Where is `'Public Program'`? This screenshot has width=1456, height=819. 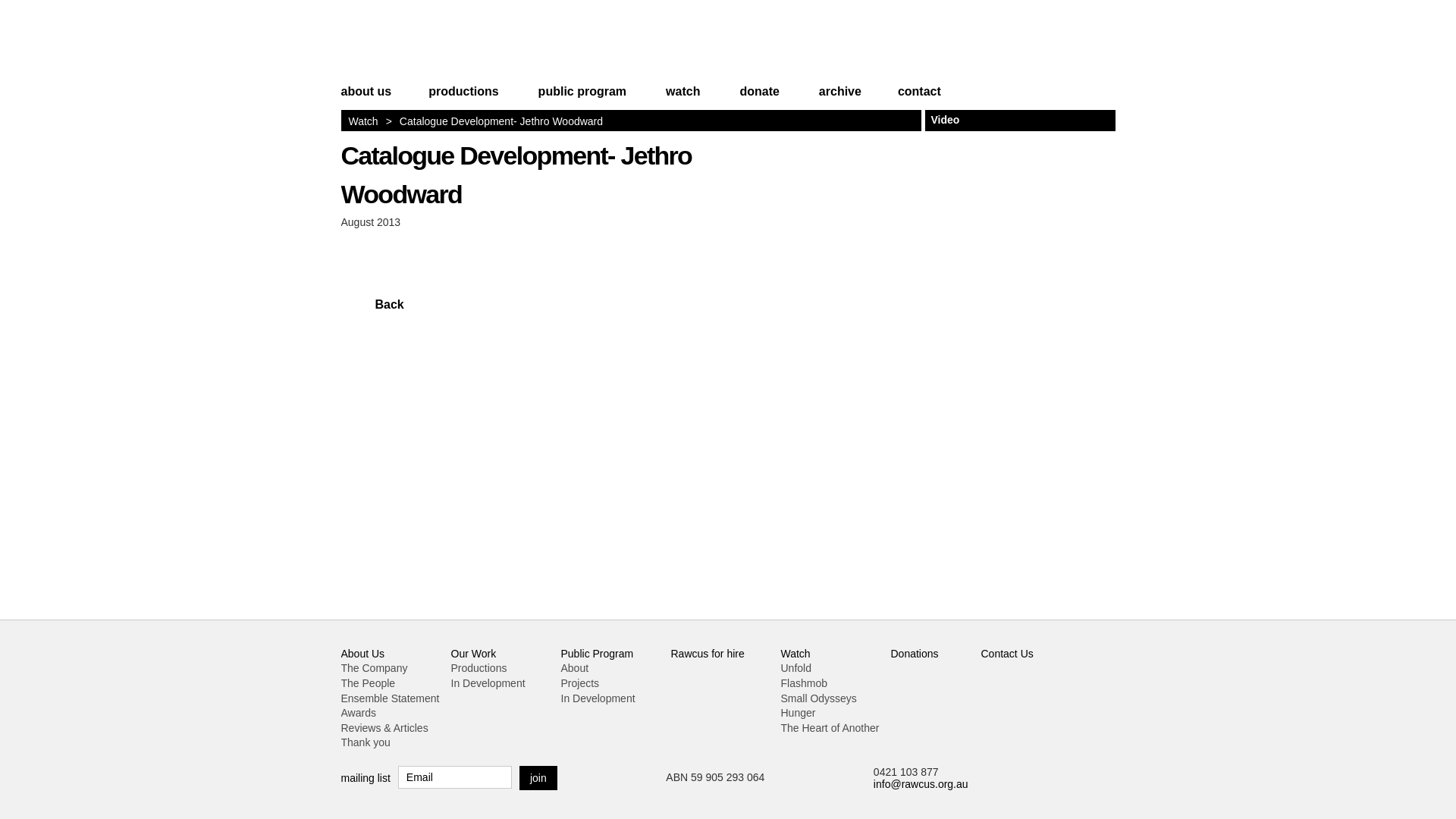
'Public Program' is located at coordinates (596, 652).